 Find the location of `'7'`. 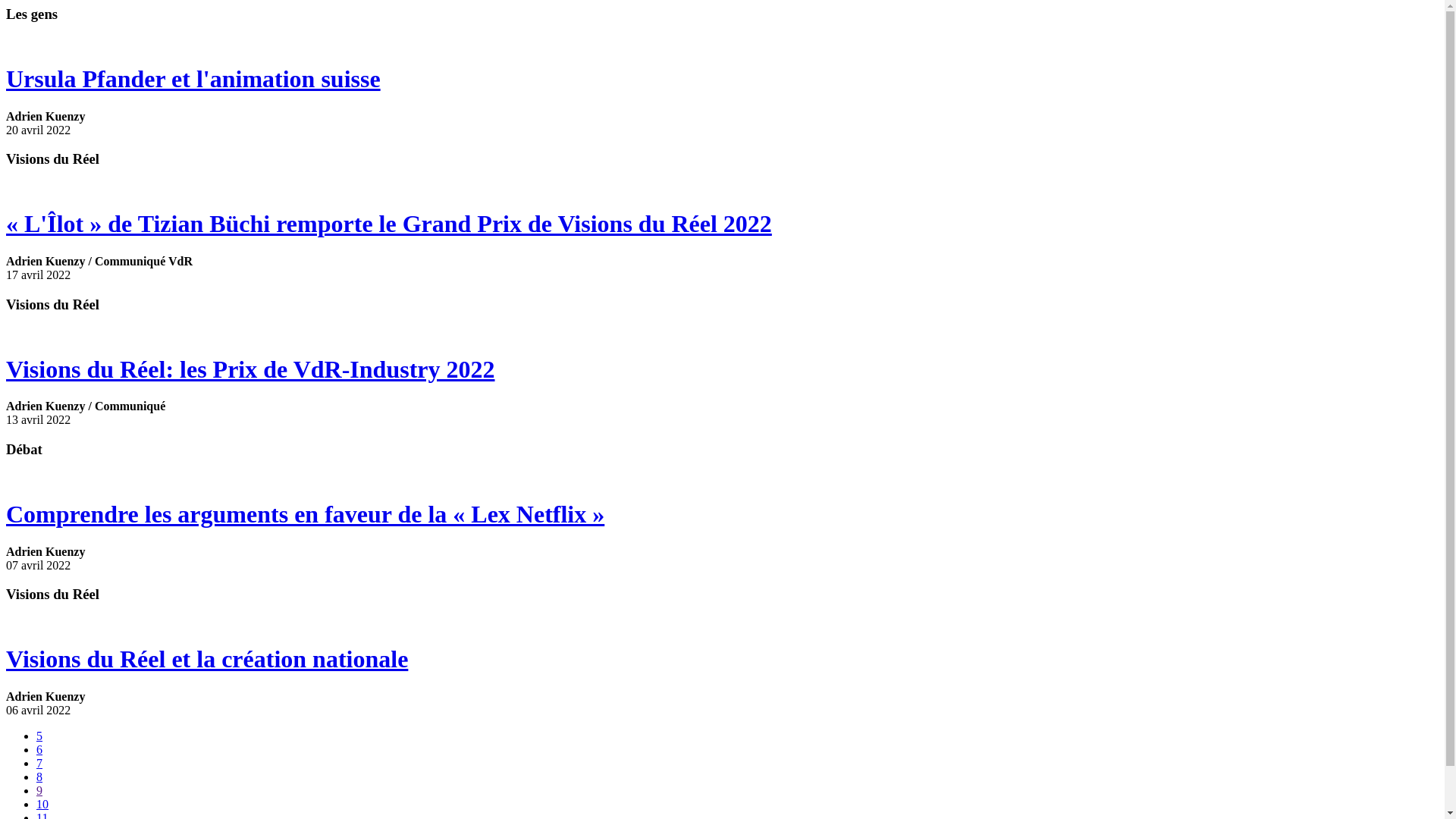

'7' is located at coordinates (39, 763).